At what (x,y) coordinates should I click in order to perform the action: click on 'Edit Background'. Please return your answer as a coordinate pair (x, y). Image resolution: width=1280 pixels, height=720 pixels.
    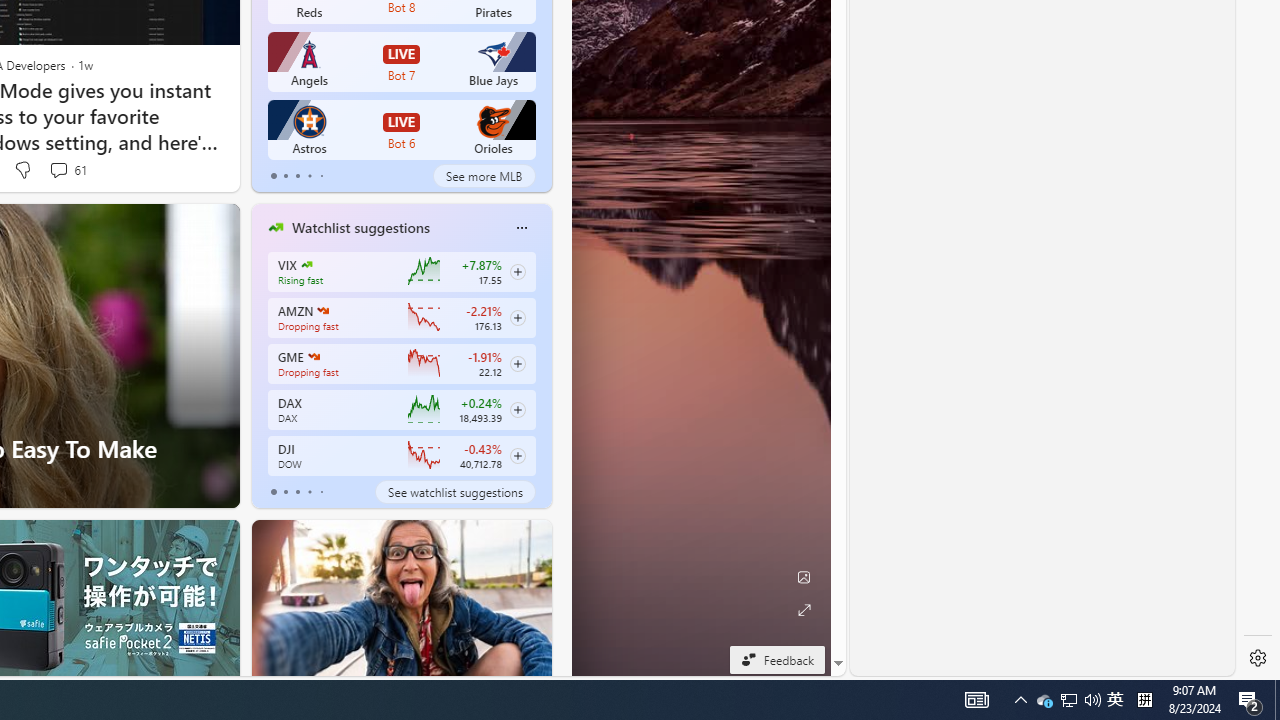
    Looking at the image, I should click on (803, 577).